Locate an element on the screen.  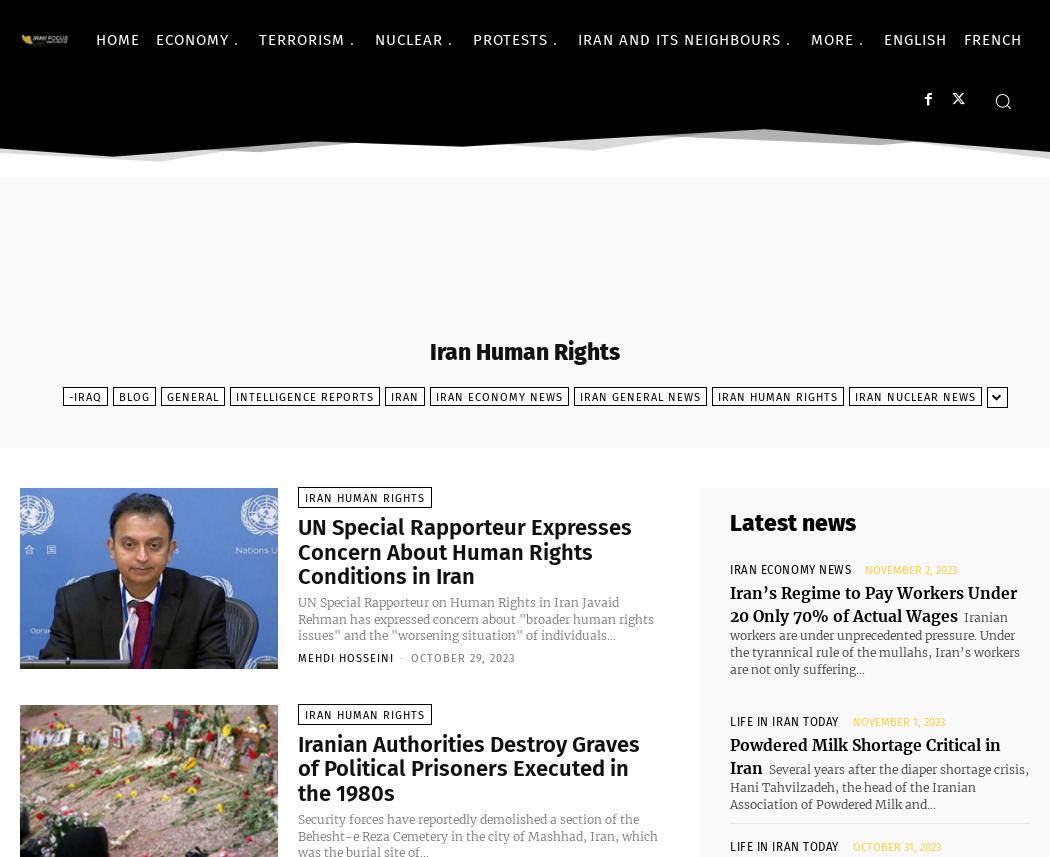
'Iranian workers are under unprecedented pressure. Under the tyrannical rule of the mullahs, Iran’s workers are not only suffering...' is located at coordinates (873, 635).